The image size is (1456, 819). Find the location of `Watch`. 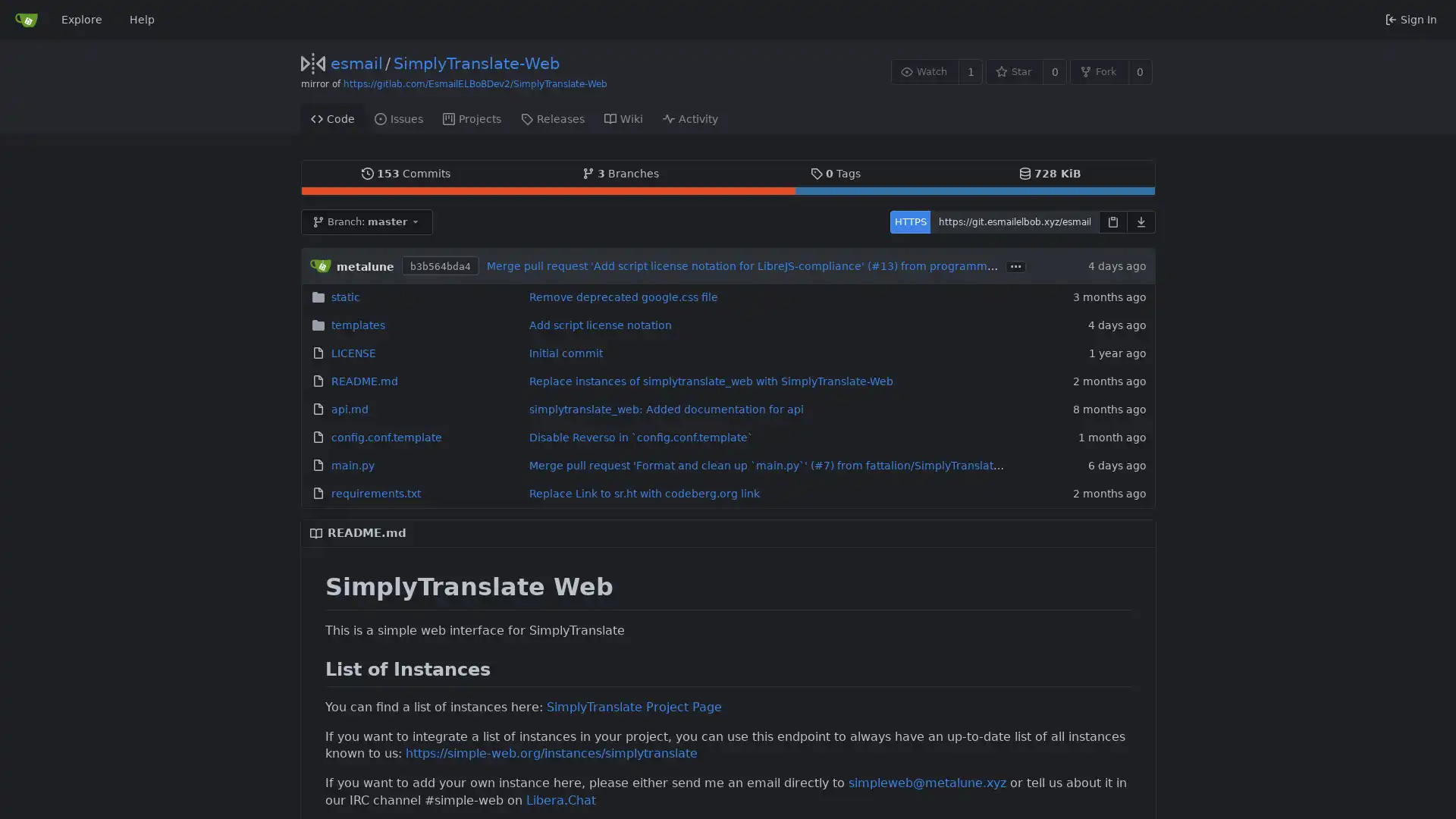

Watch is located at coordinates (924, 71).